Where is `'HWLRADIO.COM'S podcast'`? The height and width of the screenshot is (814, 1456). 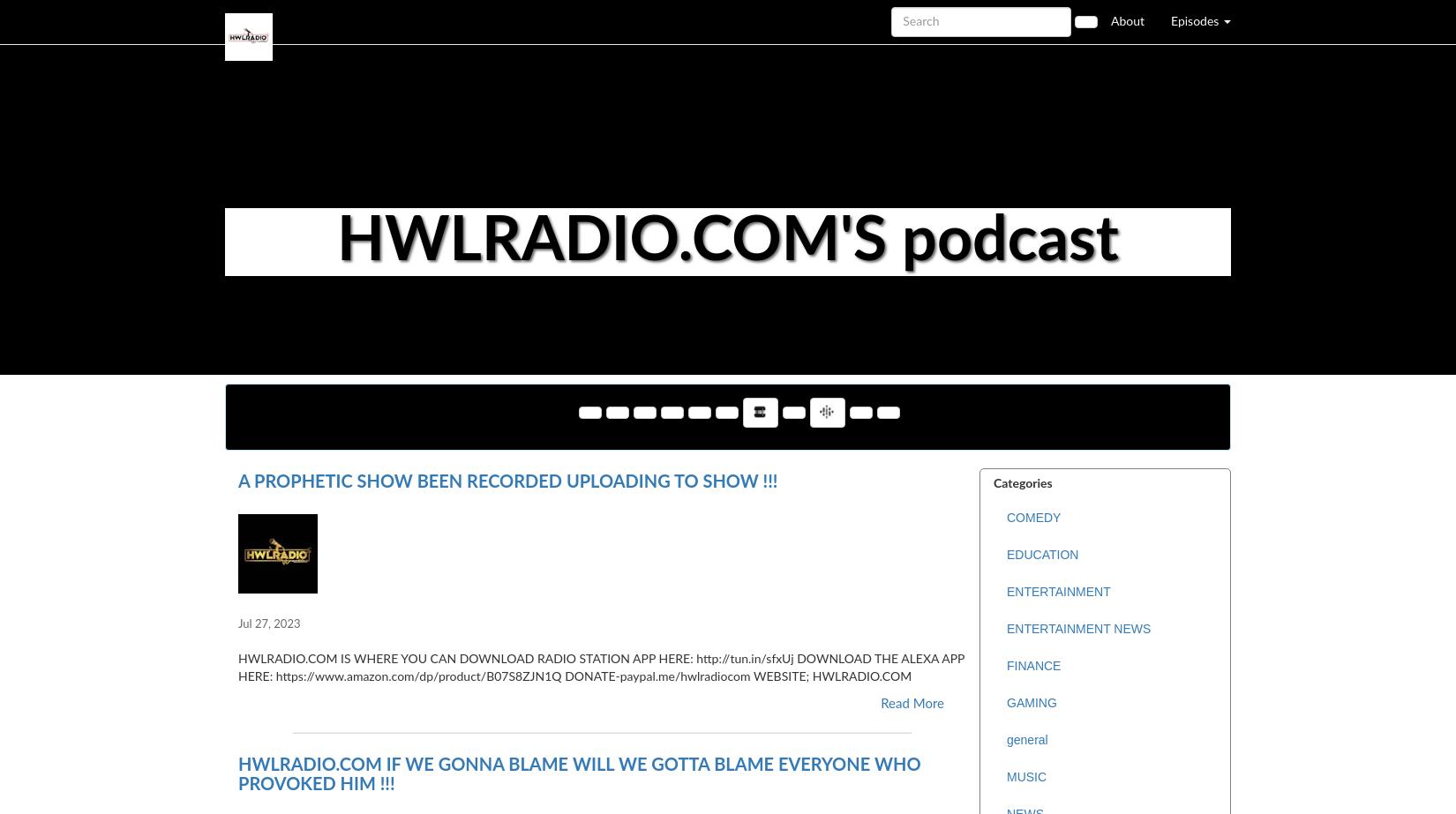 'HWLRADIO.COM'S podcast' is located at coordinates (726, 242).